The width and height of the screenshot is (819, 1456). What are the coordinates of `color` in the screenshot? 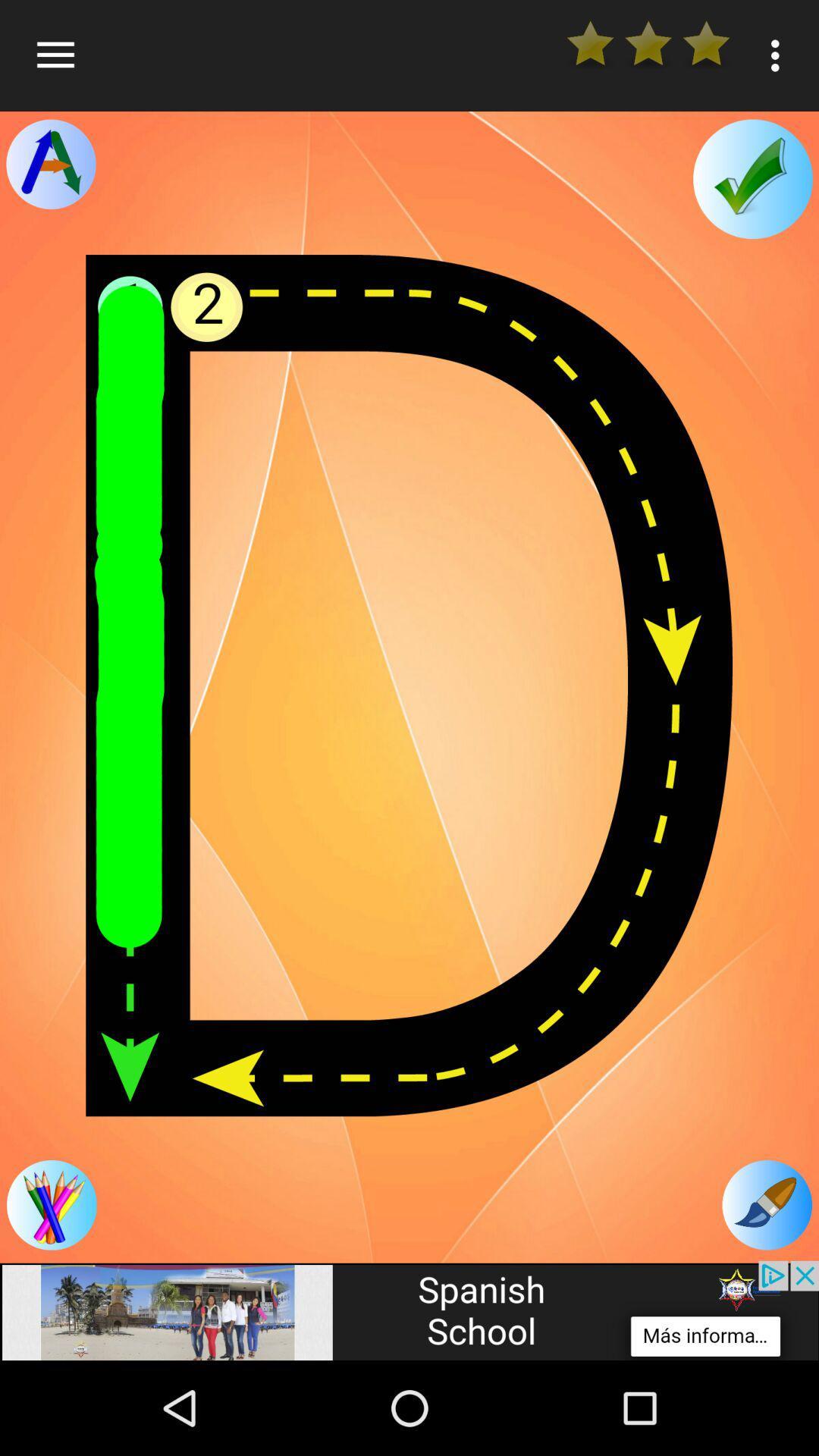 It's located at (51, 1204).